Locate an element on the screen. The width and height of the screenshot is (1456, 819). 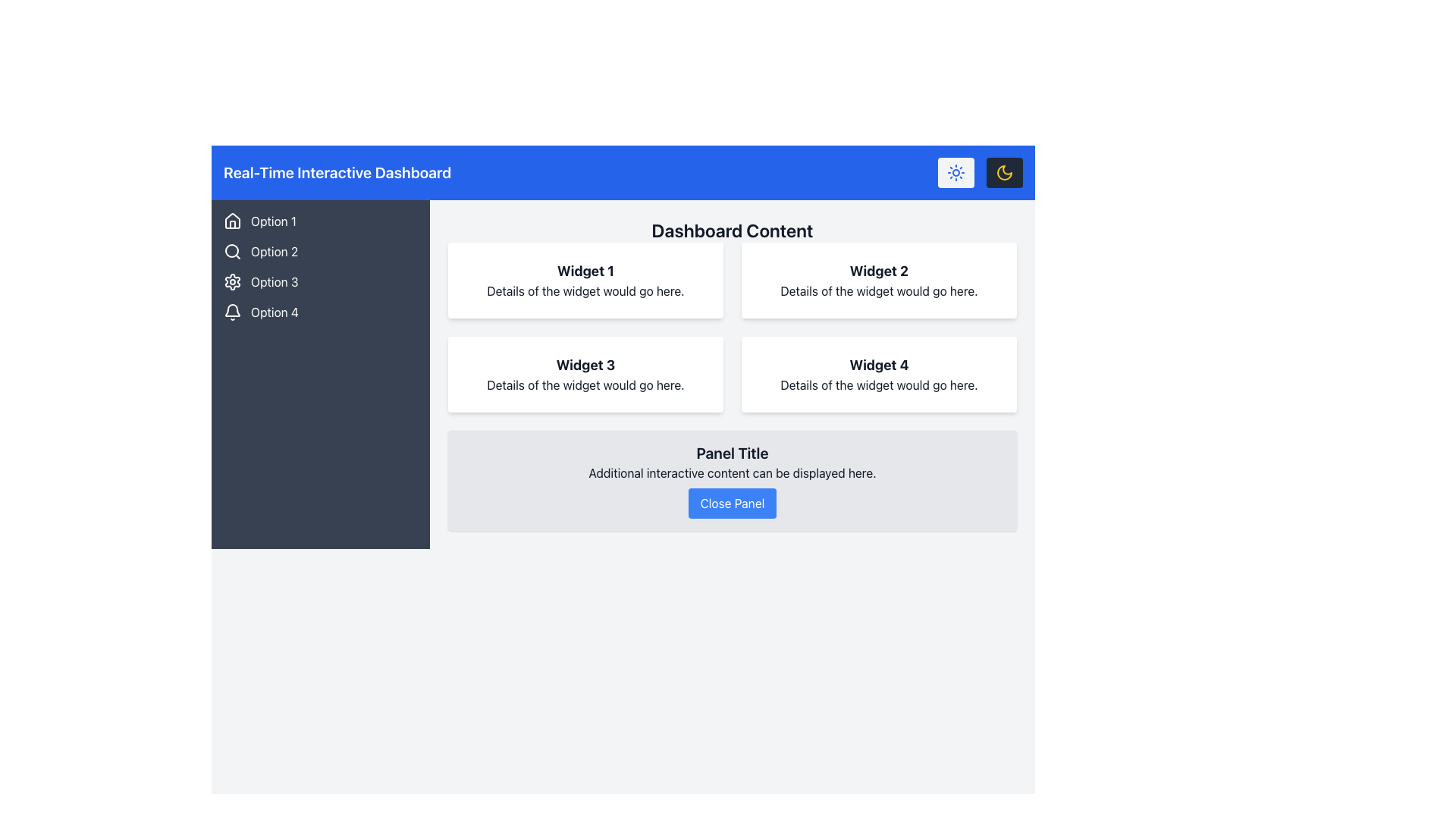
the theme toggle button located on the right side of the blue navigational header bar is located at coordinates (980, 171).